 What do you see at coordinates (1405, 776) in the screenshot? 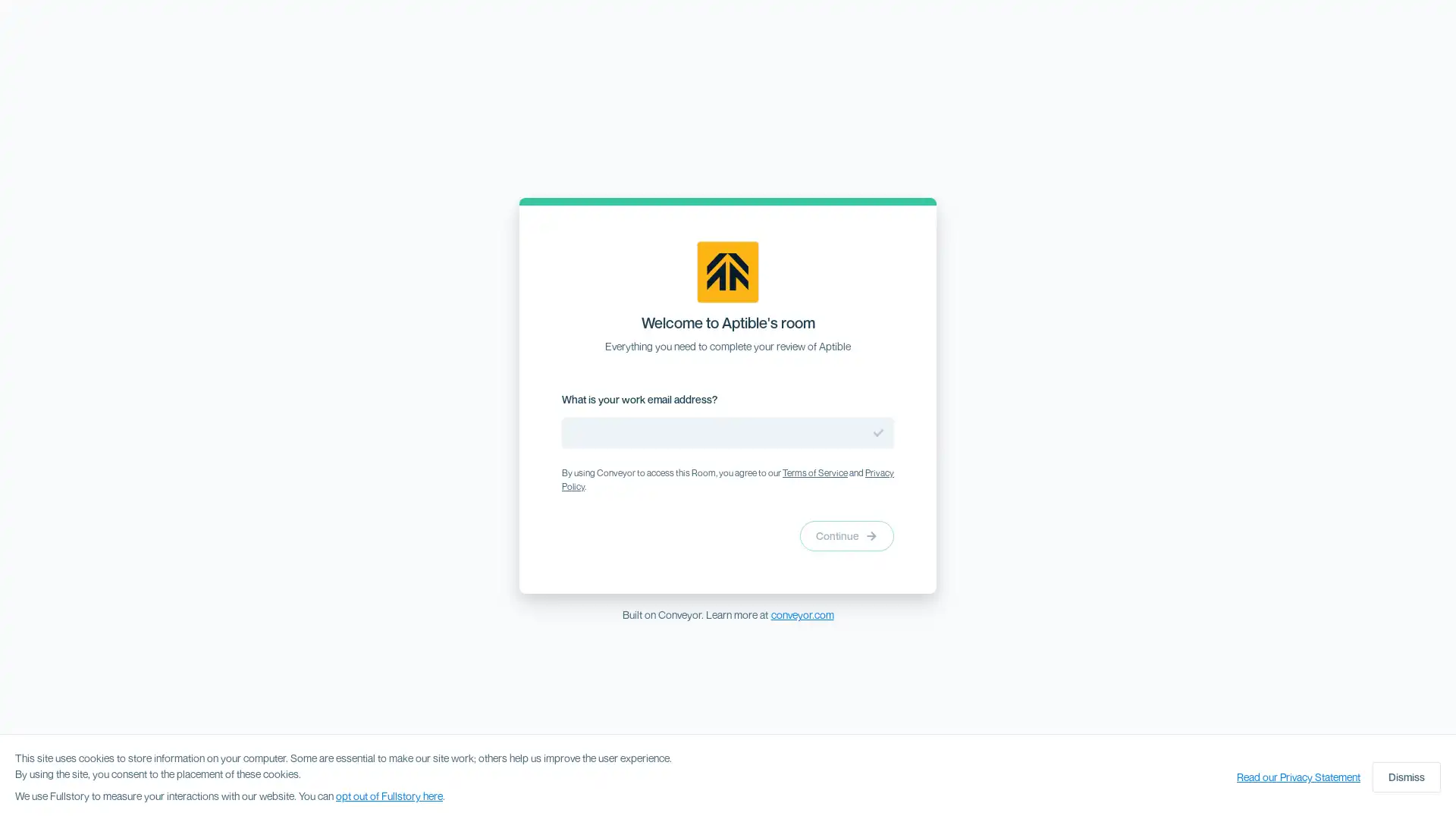
I see `Dismiss` at bounding box center [1405, 776].